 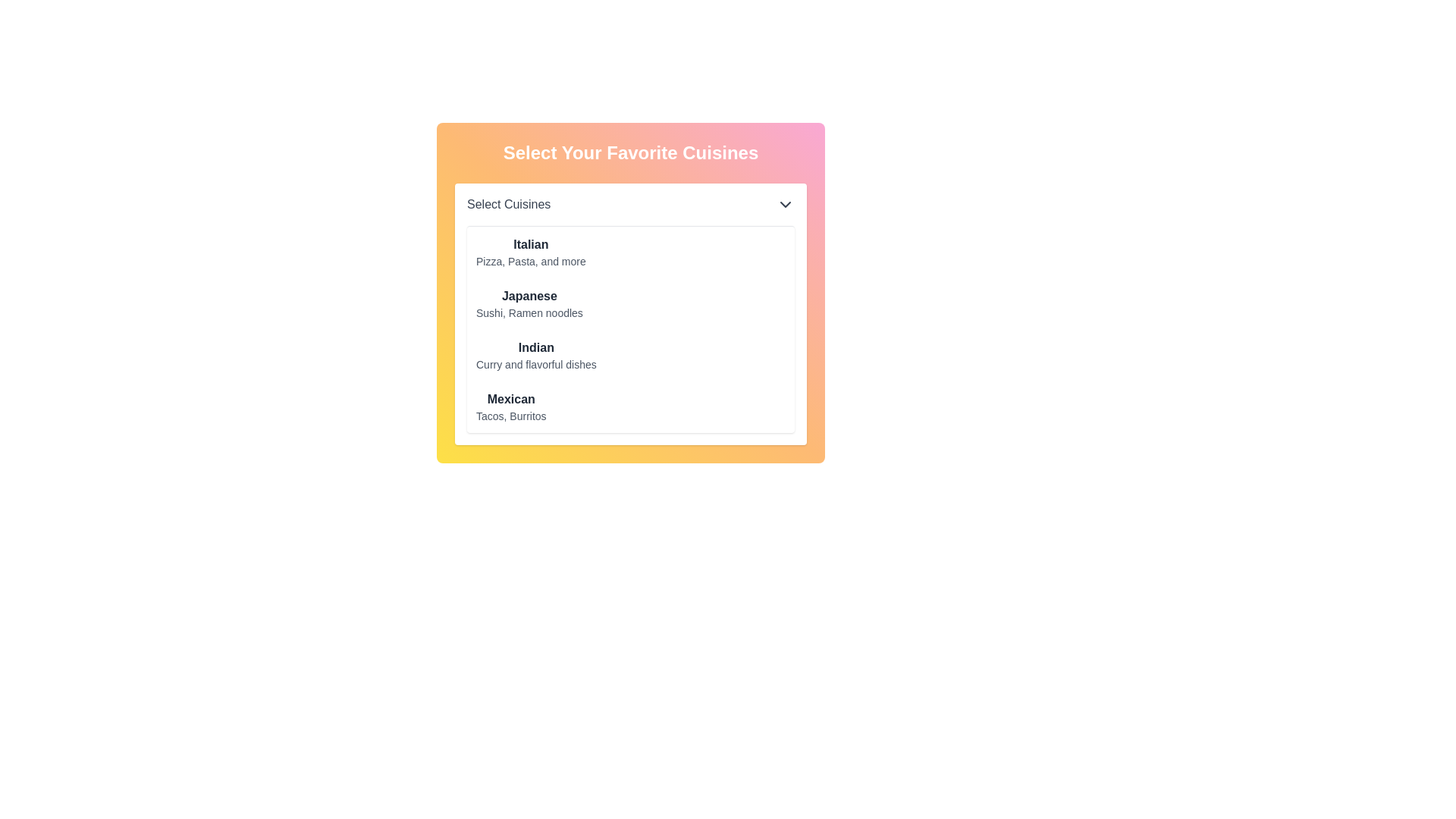 I want to click on text label displaying 'Tacos, Burritos' located directly below the 'Mexican' heading in the 'Select Your Favorite Cuisines' list, so click(x=511, y=416).